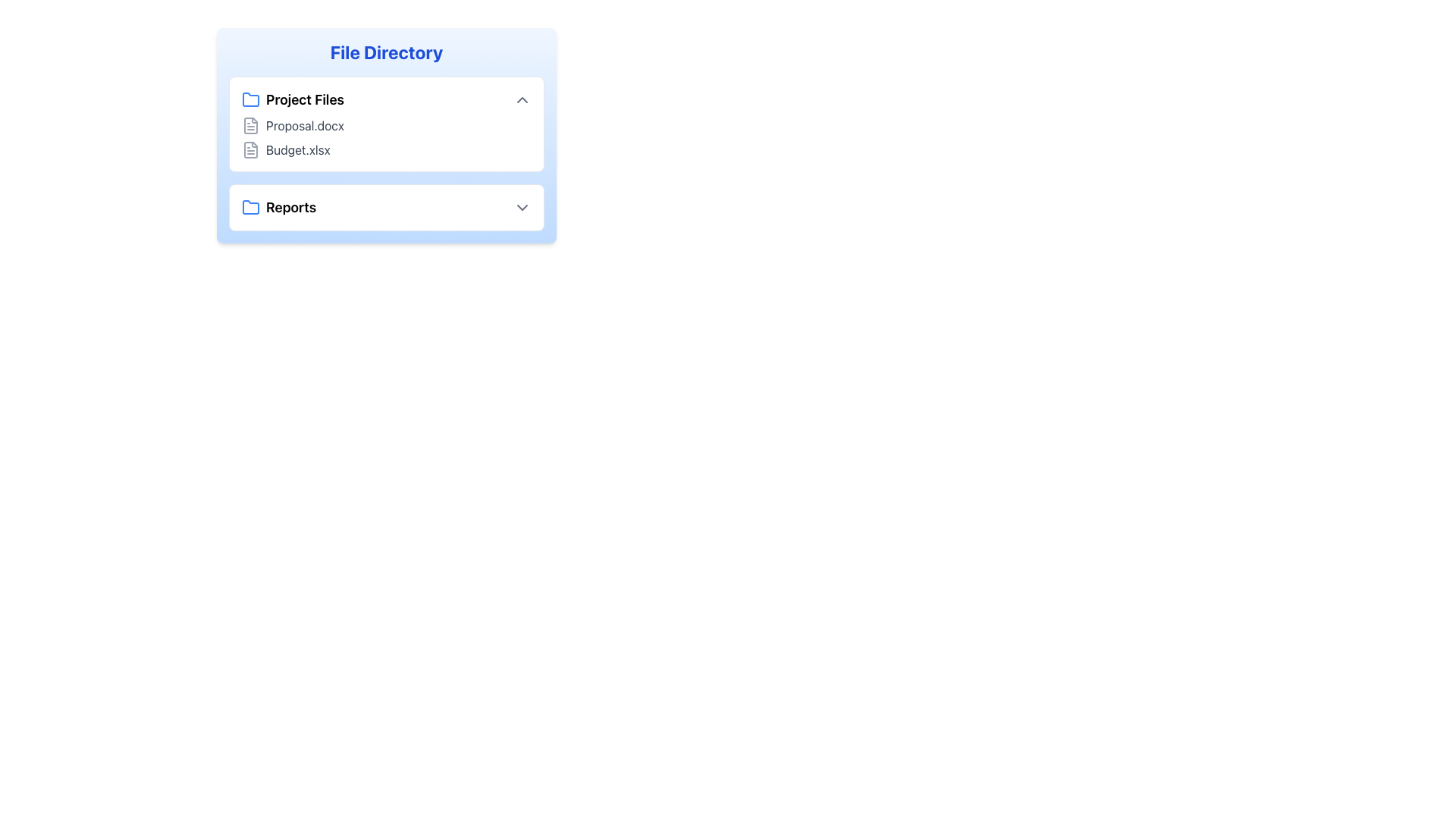 The width and height of the screenshot is (1456, 819). I want to click on the chevron-down icon located to the right of the 'Reports' text under the 'File Directory' section, so click(522, 207).